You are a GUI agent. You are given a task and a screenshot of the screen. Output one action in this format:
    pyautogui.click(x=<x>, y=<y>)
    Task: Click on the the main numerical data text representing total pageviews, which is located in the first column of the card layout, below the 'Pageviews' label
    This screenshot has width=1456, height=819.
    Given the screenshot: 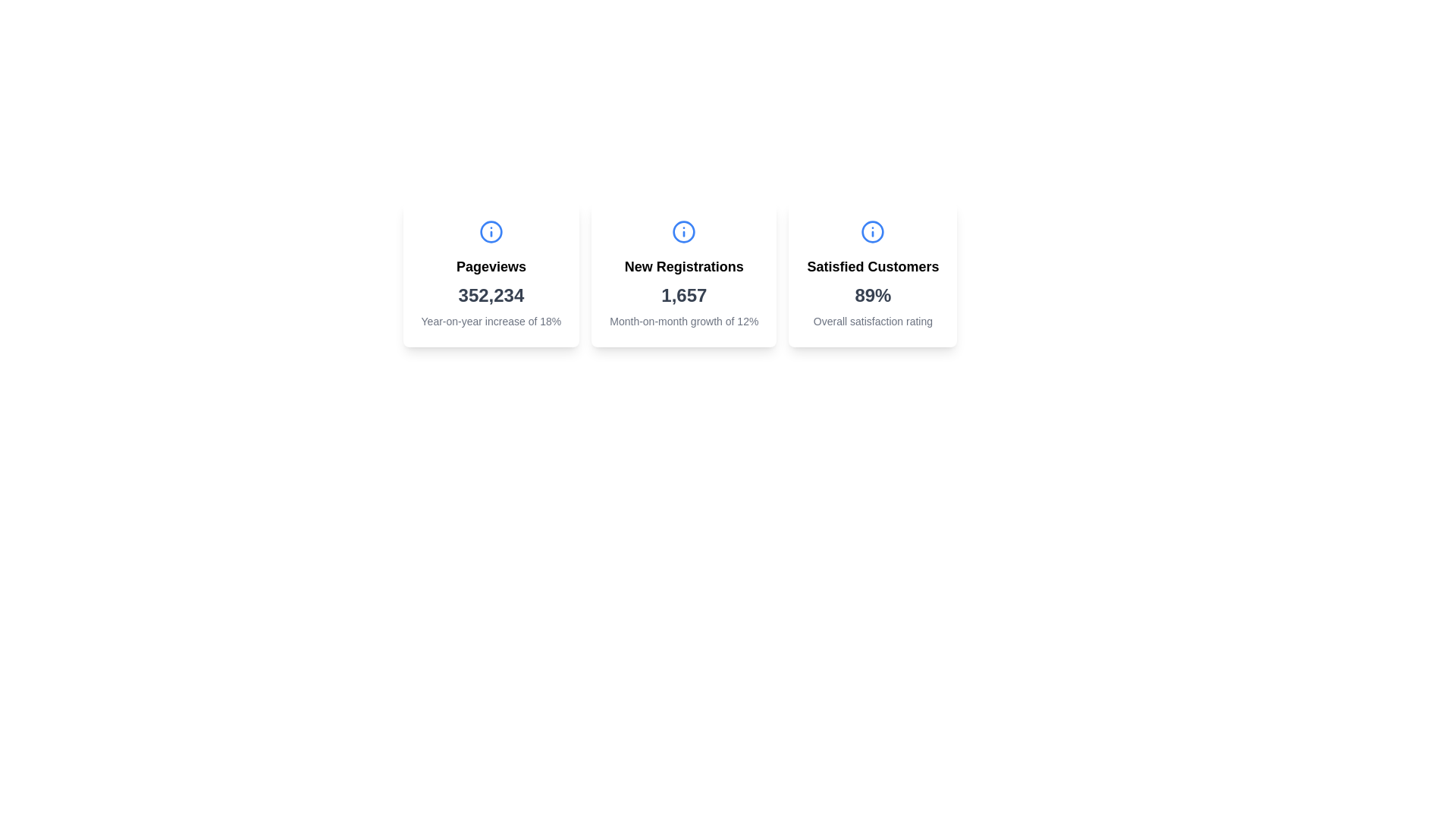 What is the action you would take?
    pyautogui.click(x=491, y=295)
    